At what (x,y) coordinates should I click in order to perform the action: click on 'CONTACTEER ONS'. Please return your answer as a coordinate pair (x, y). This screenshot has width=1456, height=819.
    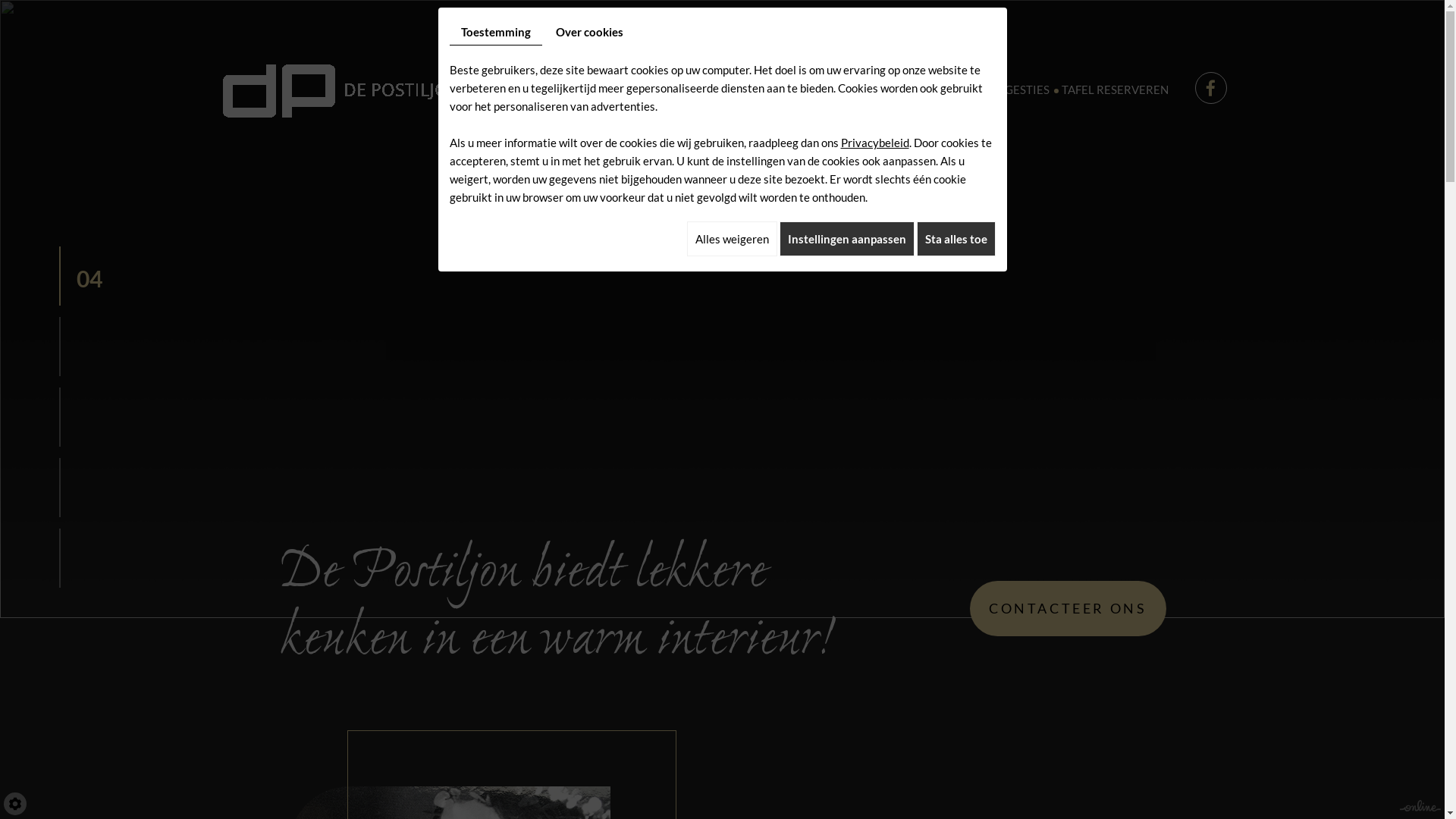
    Looking at the image, I should click on (1066, 607).